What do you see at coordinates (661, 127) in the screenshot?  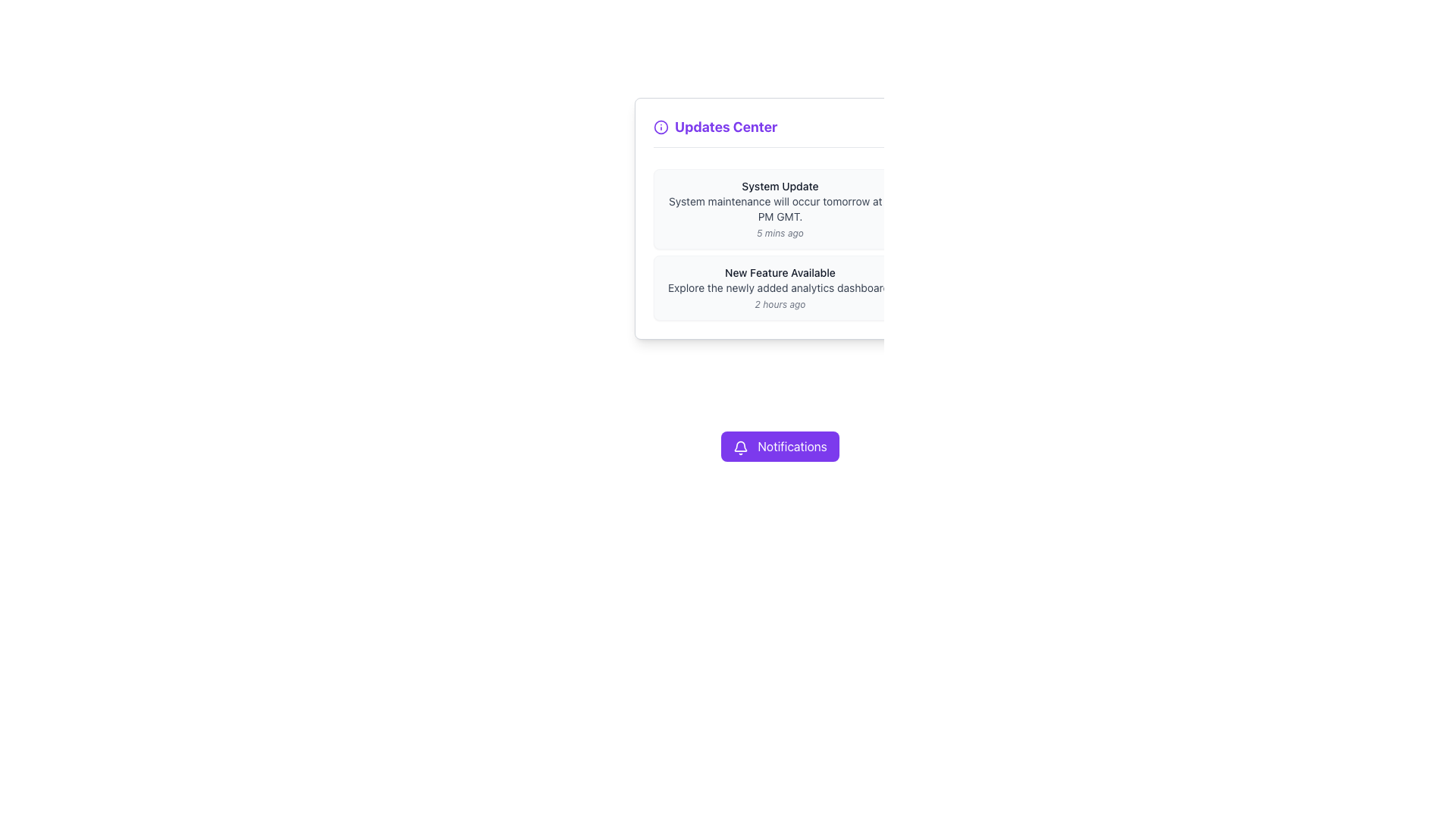 I see `the central circle of the information icon located in the top-left corner of the 'Updates Center' section` at bounding box center [661, 127].